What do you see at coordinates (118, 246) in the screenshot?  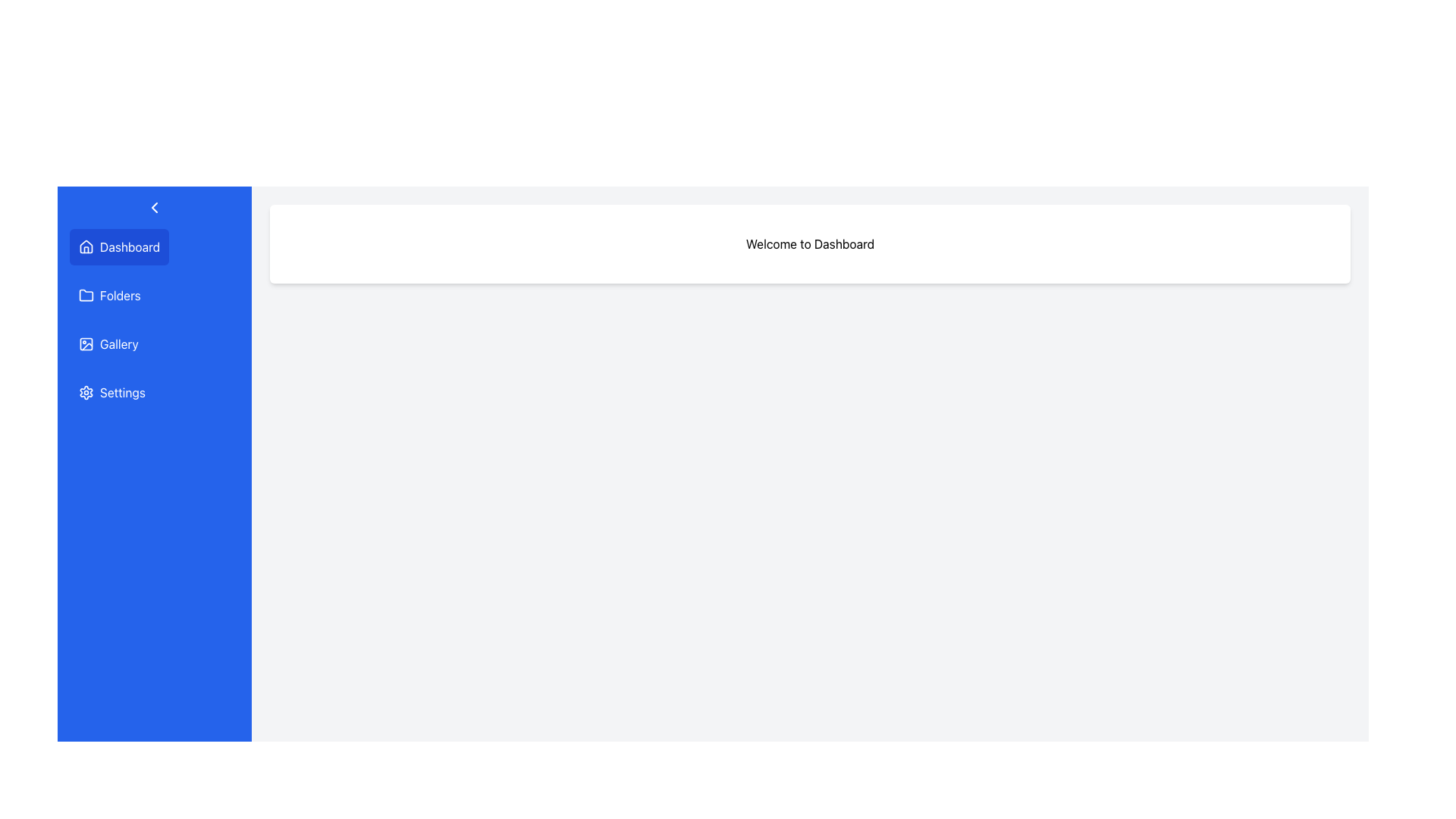 I see `the 'Dashboard' button in the sidebar navigation menu` at bounding box center [118, 246].